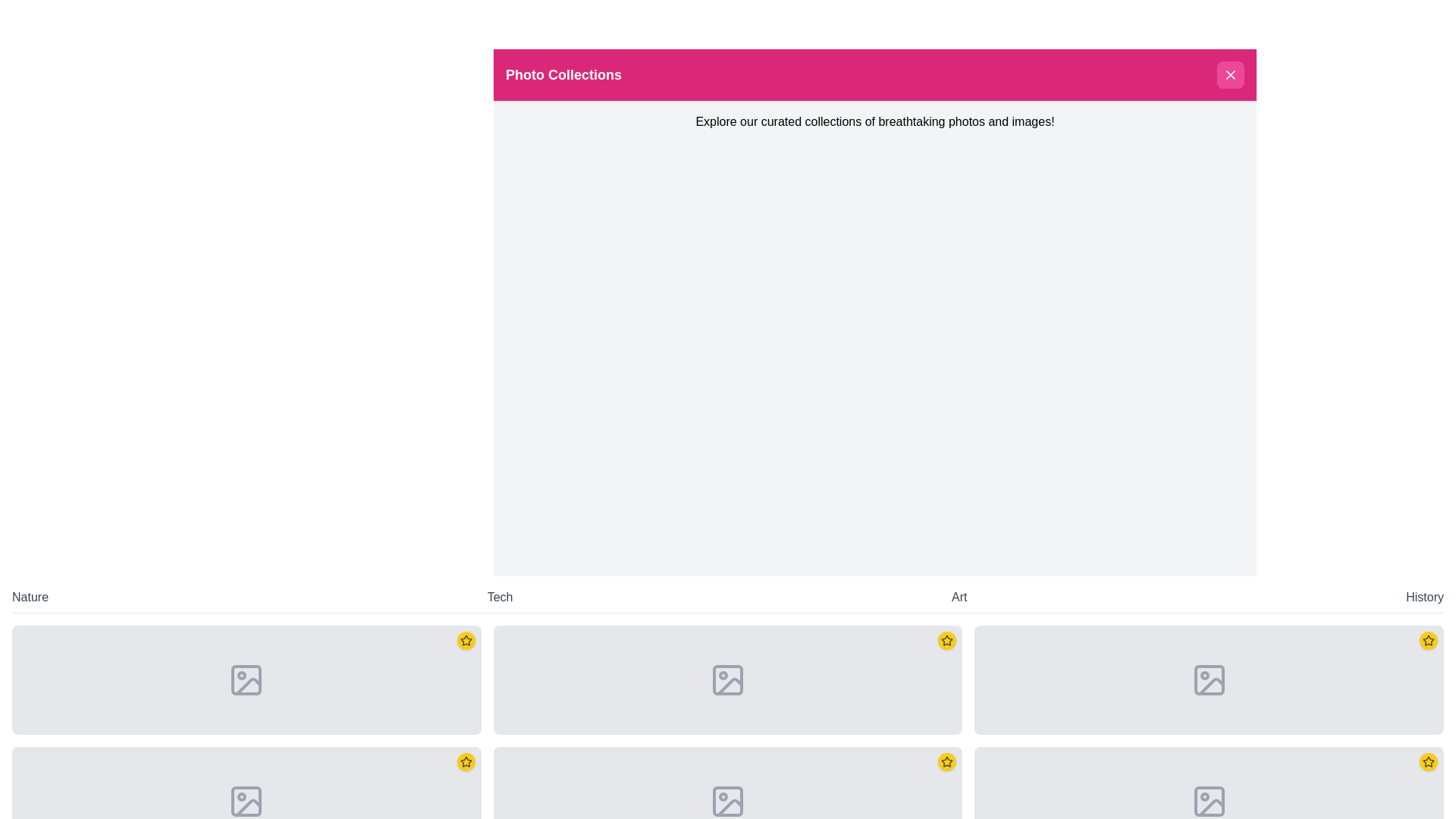 This screenshot has width=1456, height=819. Describe the element at coordinates (1427, 761) in the screenshot. I see `the star-shaped icon with a gold fill located at the top-right corner of its containing card in the third column of the second row of items in a grid layout` at that location.